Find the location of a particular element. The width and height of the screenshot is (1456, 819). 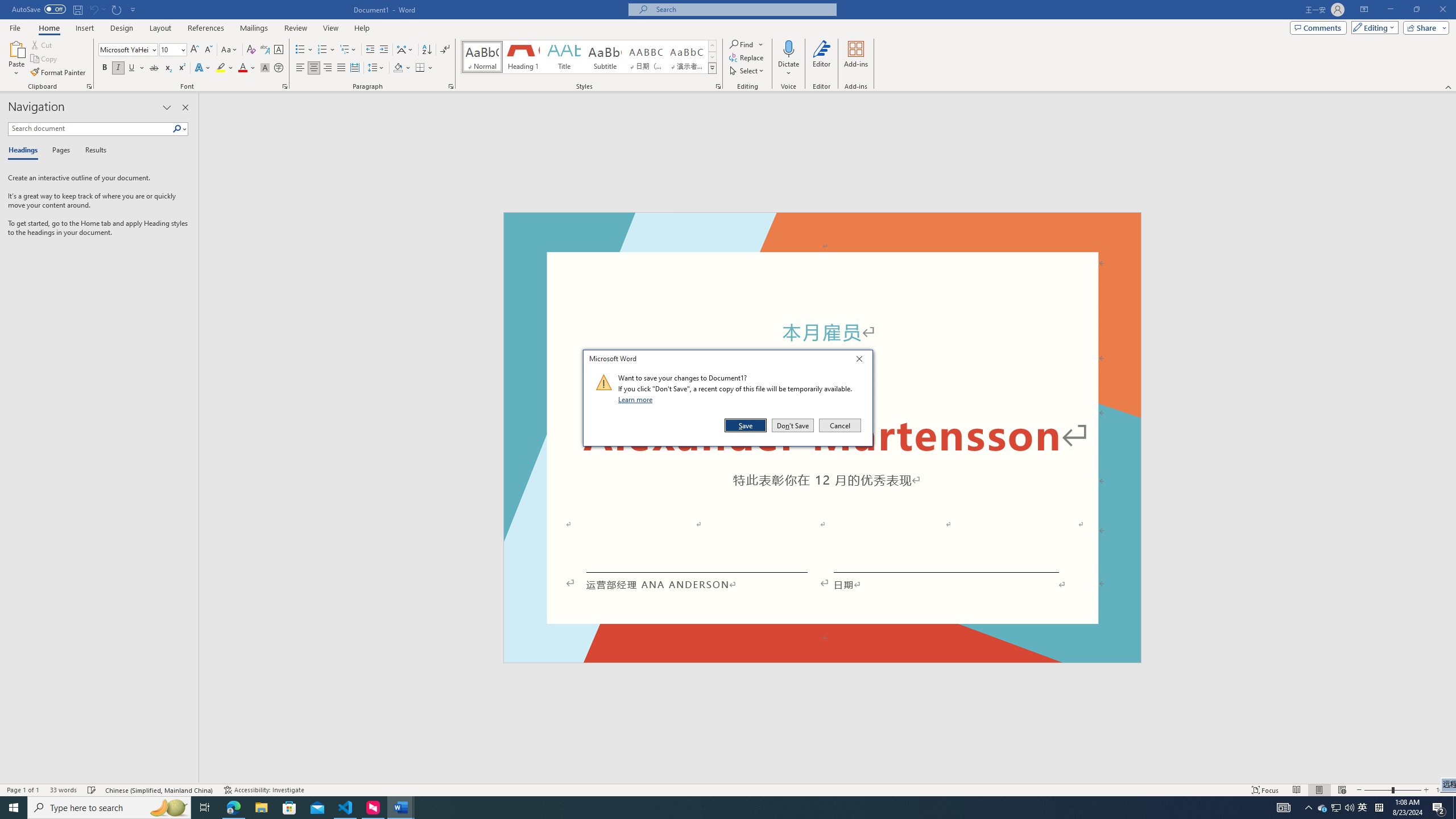

'Zoom' is located at coordinates (1392, 790).